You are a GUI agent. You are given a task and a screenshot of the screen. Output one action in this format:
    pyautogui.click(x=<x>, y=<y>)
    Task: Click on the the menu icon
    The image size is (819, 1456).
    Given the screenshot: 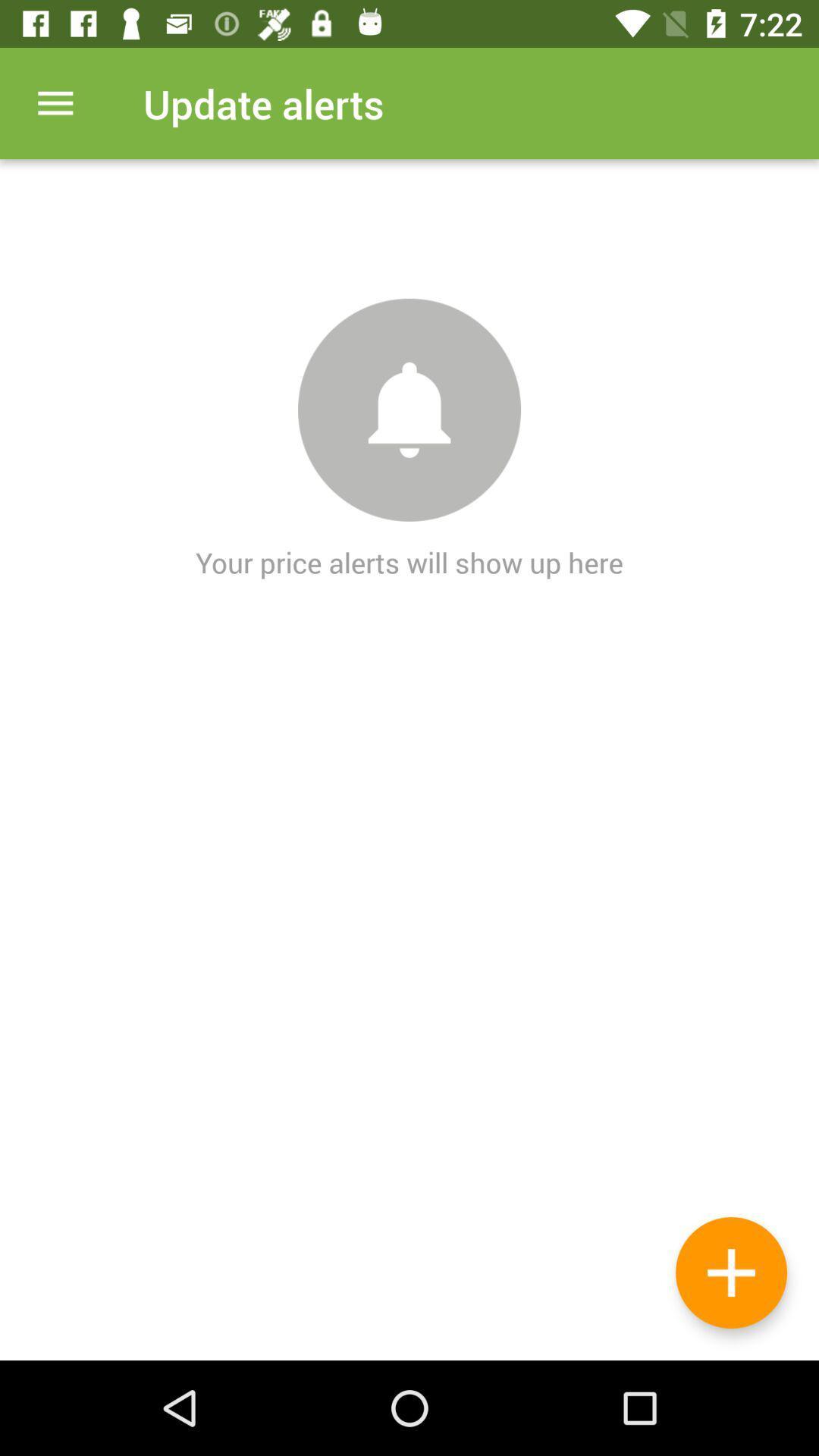 What is the action you would take?
    pyautogui.click(x=55, y=102)
    